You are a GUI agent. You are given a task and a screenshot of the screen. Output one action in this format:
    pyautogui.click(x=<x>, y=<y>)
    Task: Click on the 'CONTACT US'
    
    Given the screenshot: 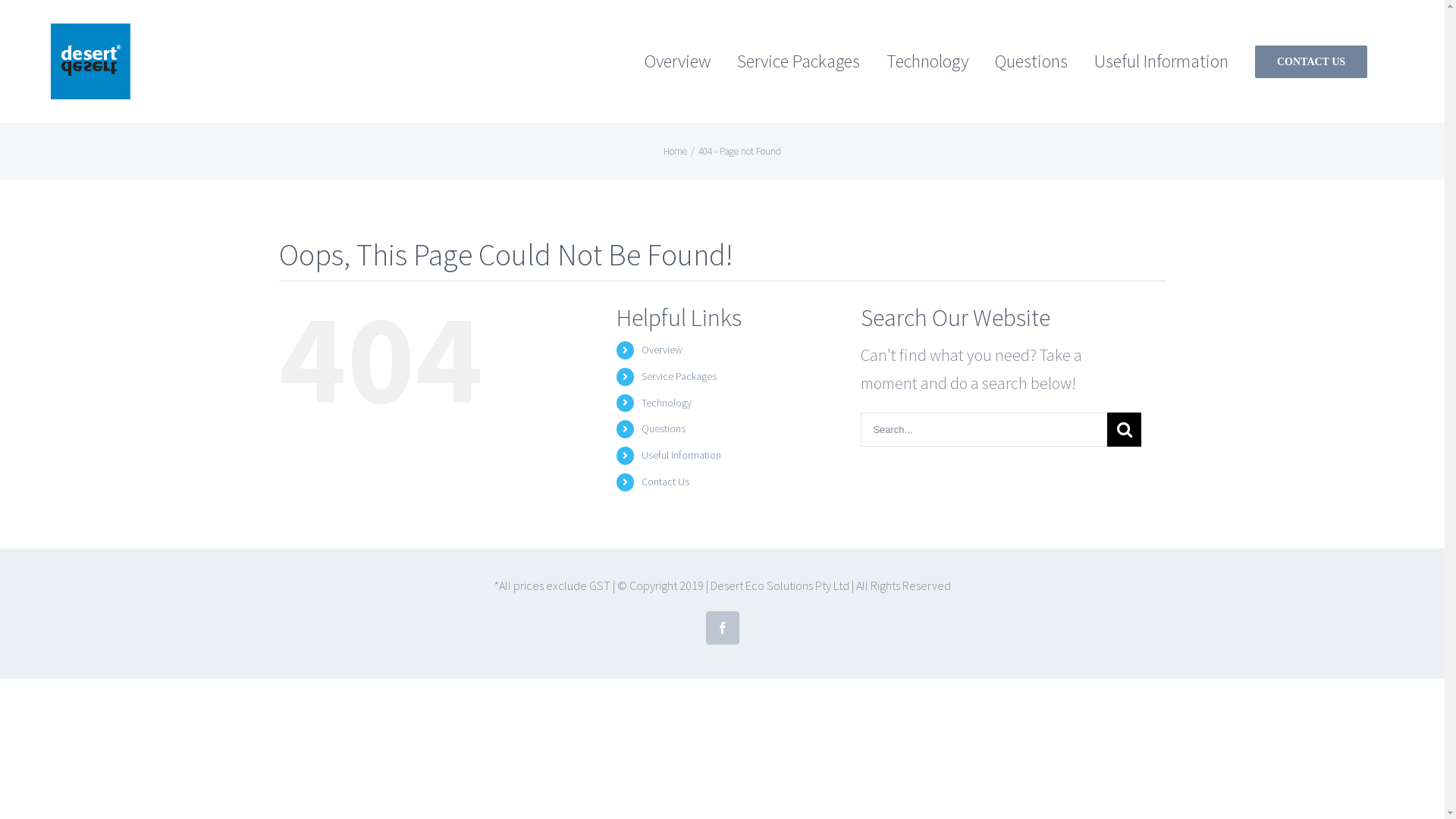 What is the action you would take?
    pyautogui.click(x=1310, y=61)
    